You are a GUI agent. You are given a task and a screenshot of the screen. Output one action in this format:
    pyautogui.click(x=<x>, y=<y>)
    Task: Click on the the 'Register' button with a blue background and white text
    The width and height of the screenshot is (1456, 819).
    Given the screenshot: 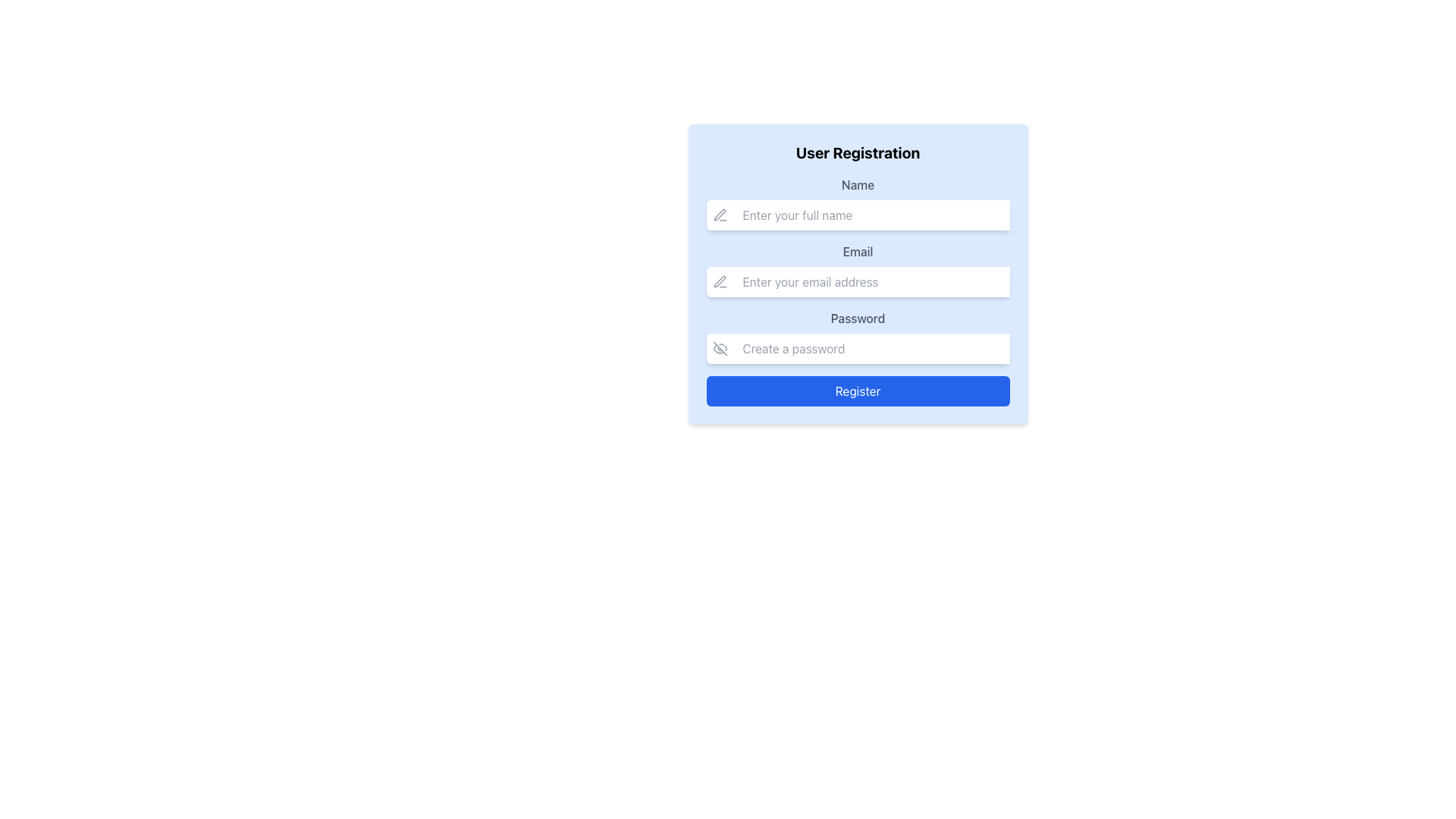 What is the action you would take?
    pyautogui.click(x=858, y=391)
    